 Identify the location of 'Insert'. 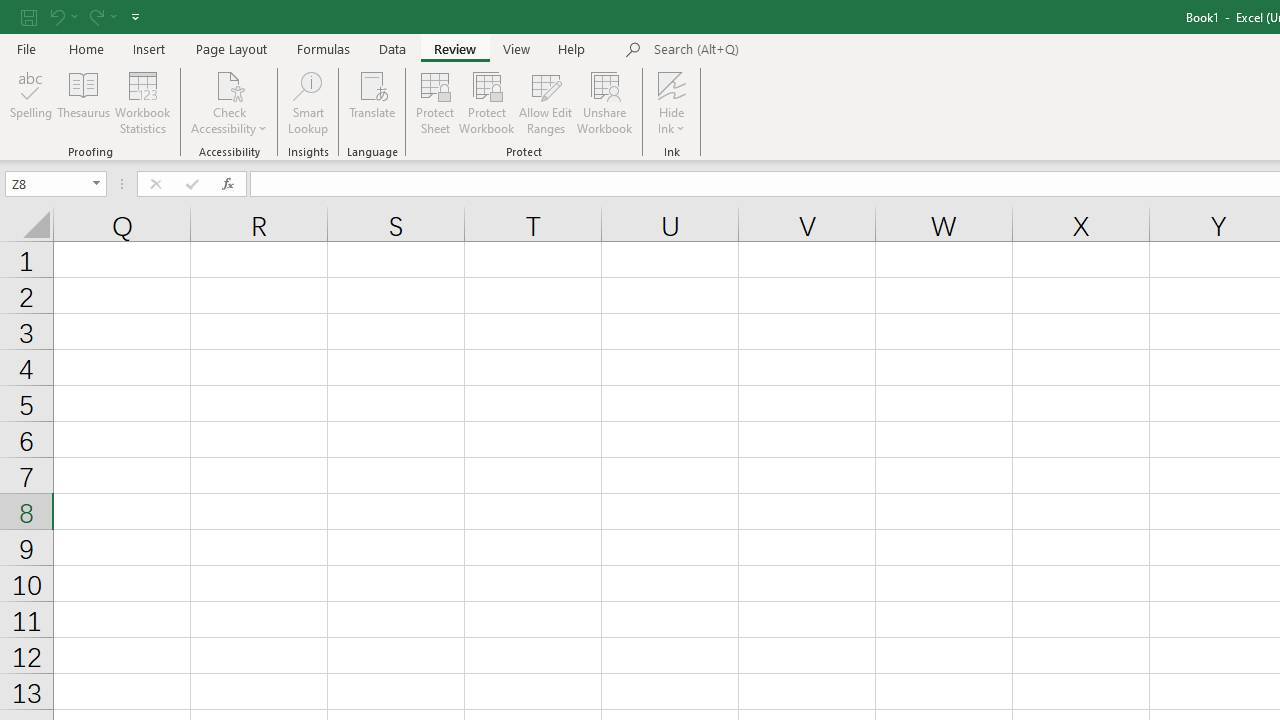
(148, 48).